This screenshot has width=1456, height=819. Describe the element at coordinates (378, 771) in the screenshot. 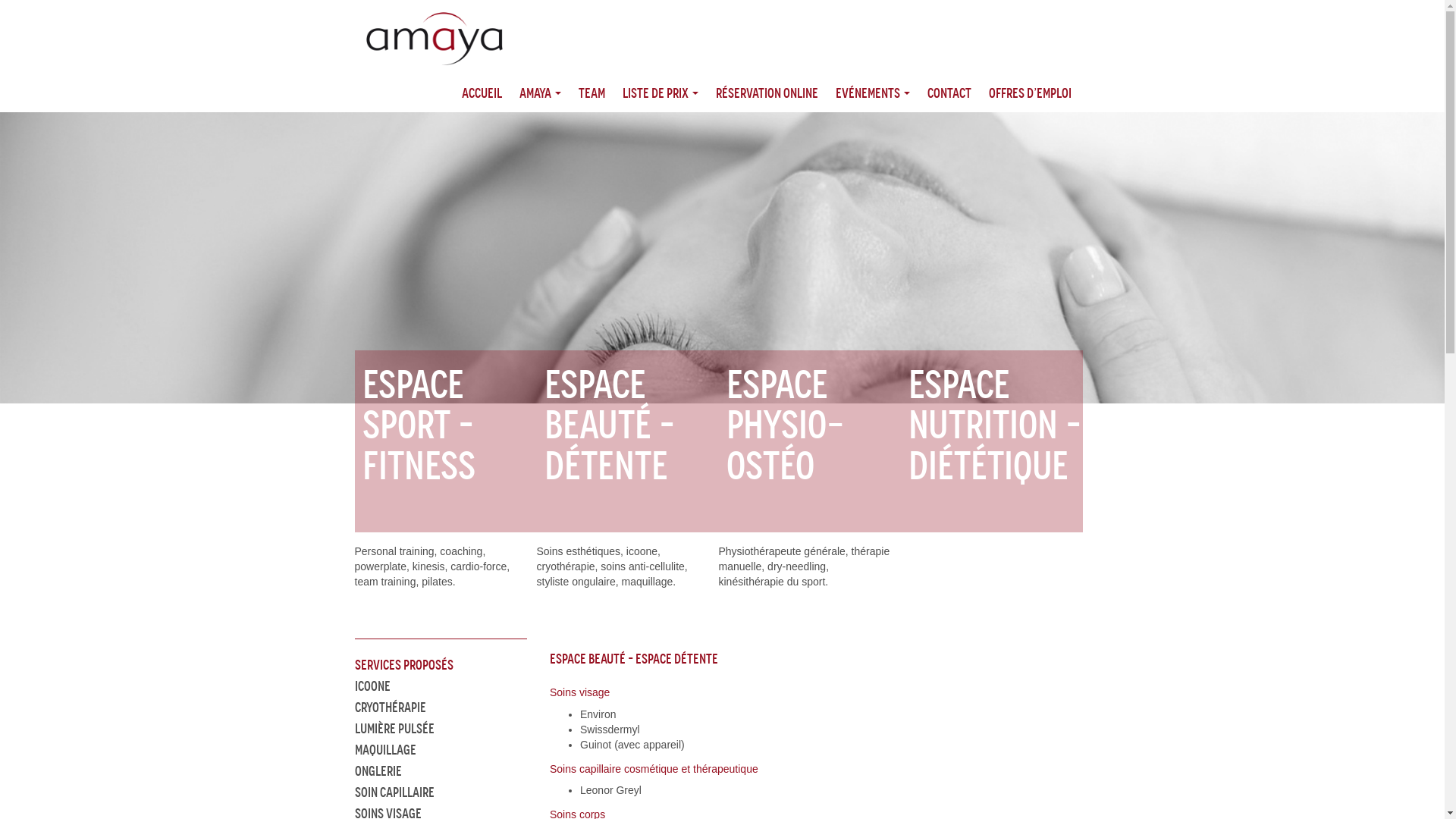

I see `'ONGLERIE'` at that location.